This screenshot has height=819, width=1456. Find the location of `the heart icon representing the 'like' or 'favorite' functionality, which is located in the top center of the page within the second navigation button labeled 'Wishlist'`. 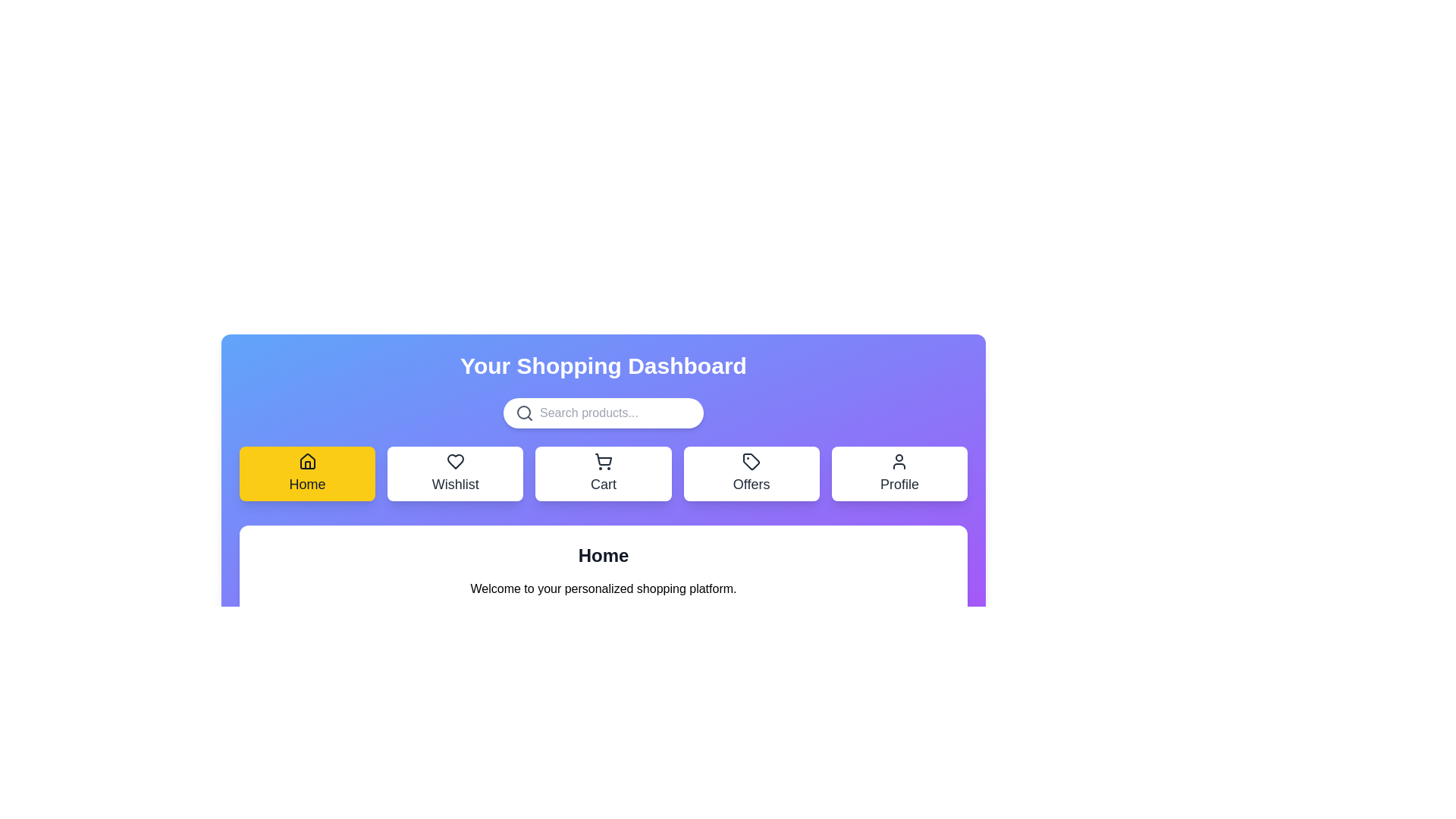

the heart icon representing the 'like' or 'favorite' functionality, which is located in the top center of the page within the second navigation button labeled 'Wishlist' is located at coordinates (454, 461).